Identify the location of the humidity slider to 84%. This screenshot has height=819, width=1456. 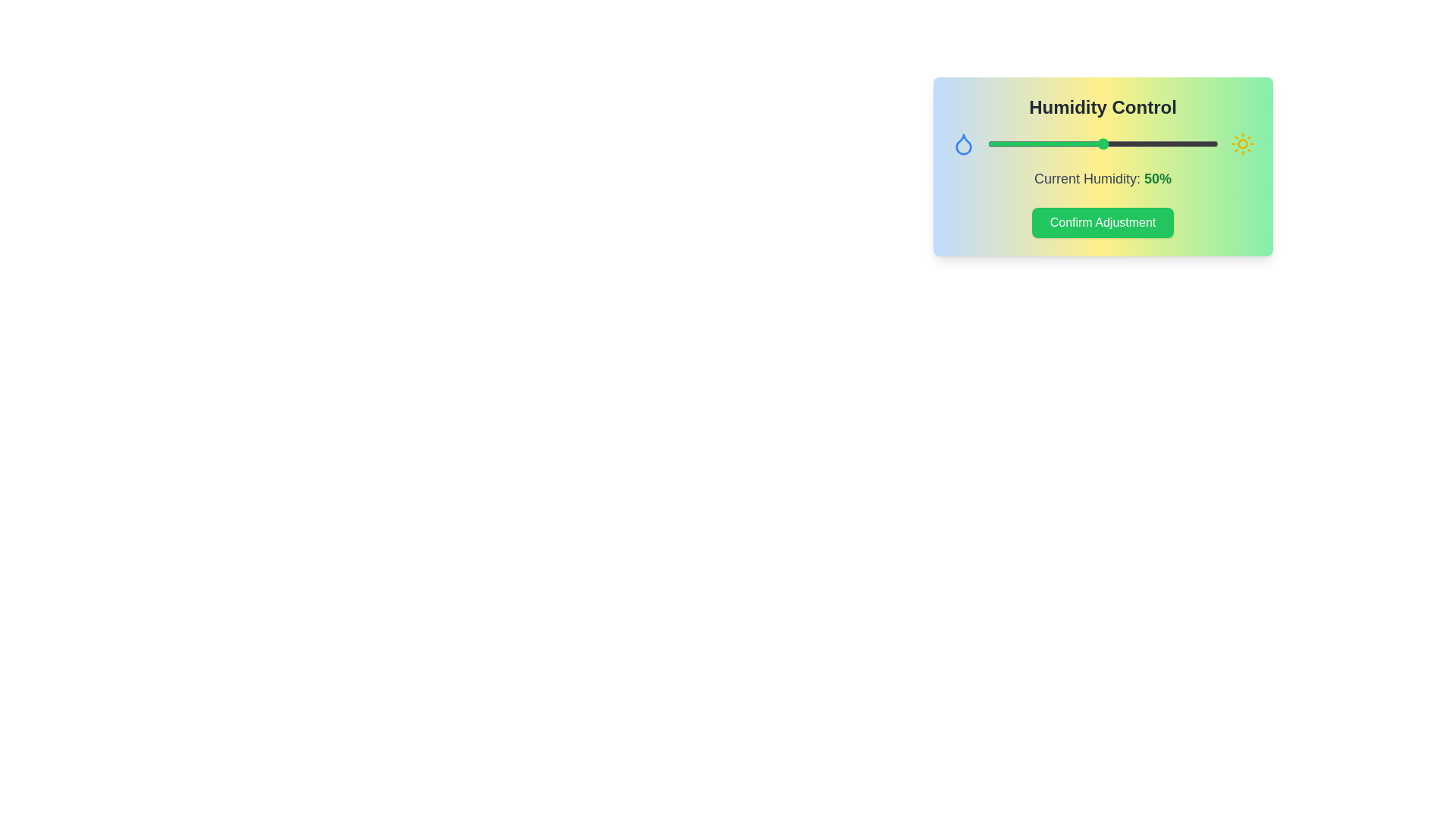
(1180, 143).